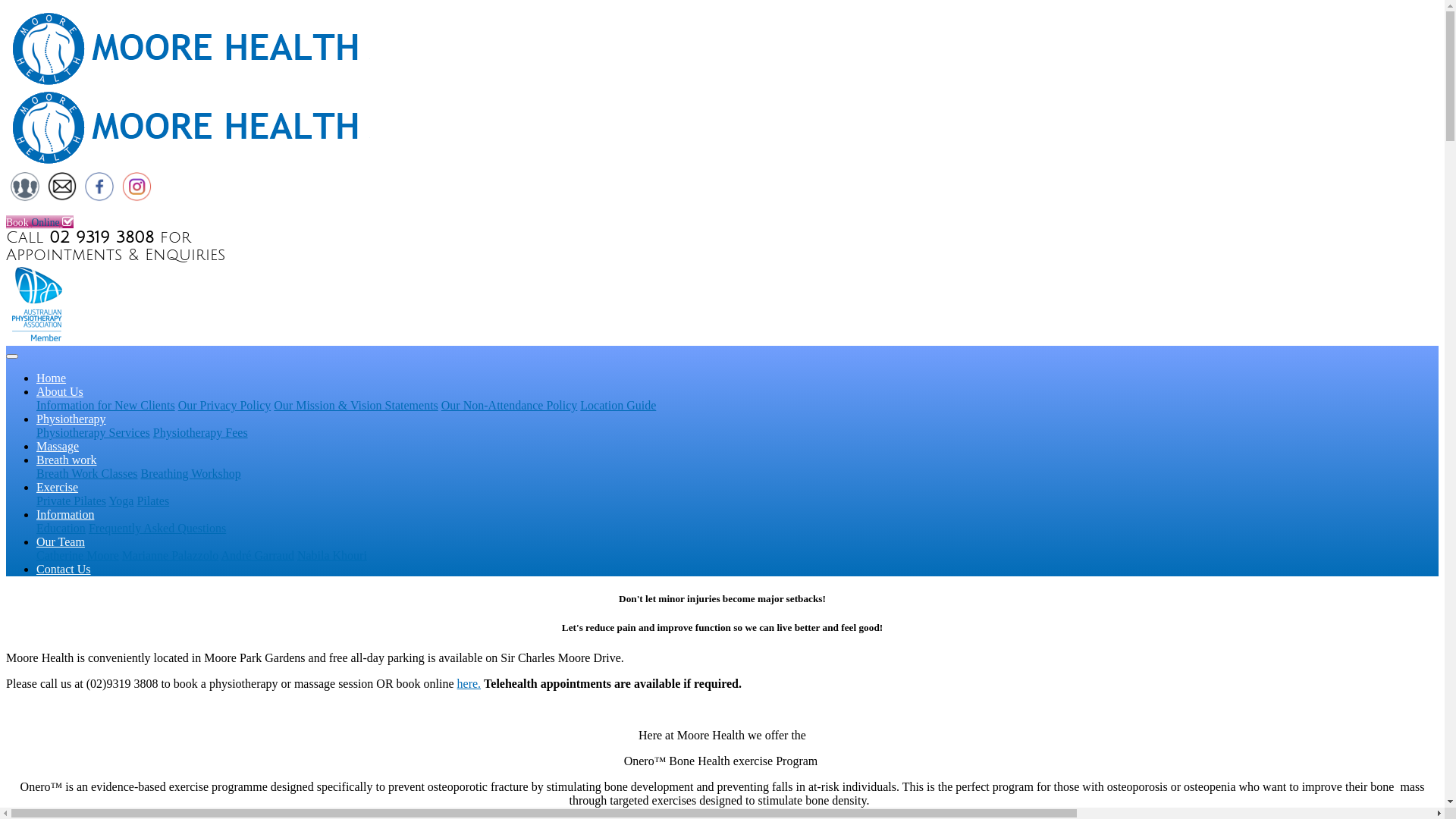  What do you see at coordinates (86, 472) in the screenshot?
I see `'Breath Work Classes'` at bounding box center [86, 472].